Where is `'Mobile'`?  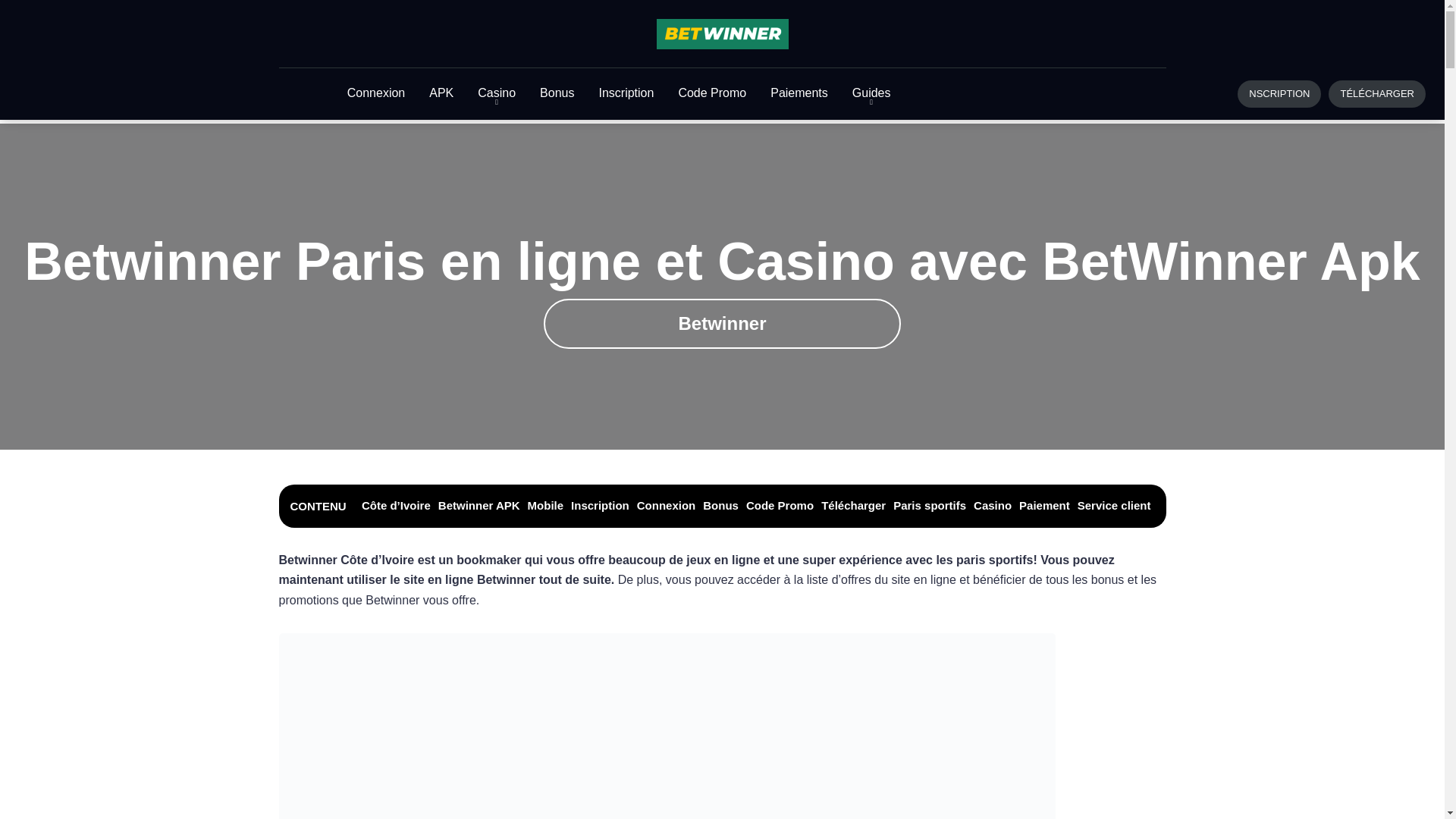
'Mobile' is located at coordinates (546, 505).